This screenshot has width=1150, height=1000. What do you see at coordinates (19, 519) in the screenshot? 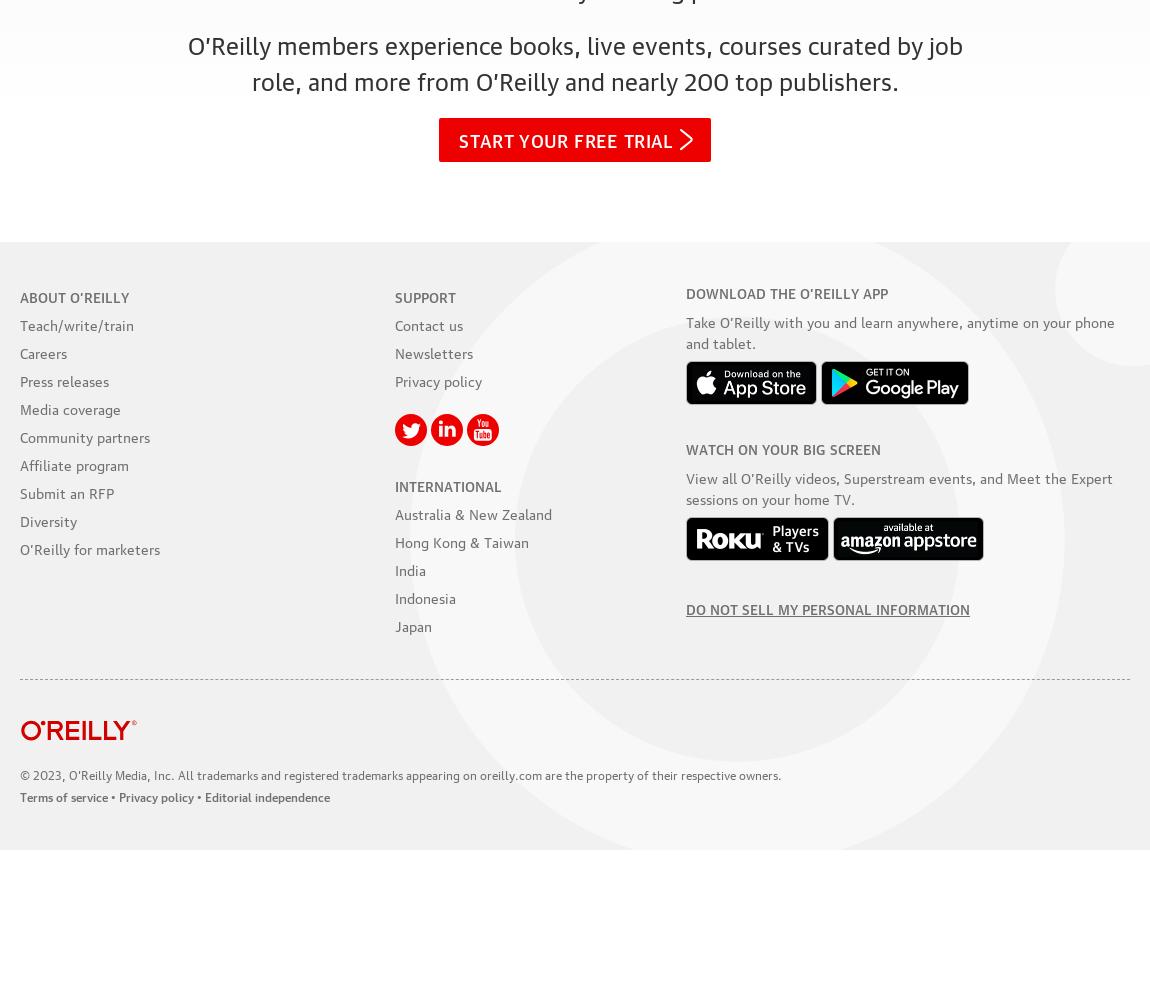
I see `'Diversity'` at bounding box center [19, 519].